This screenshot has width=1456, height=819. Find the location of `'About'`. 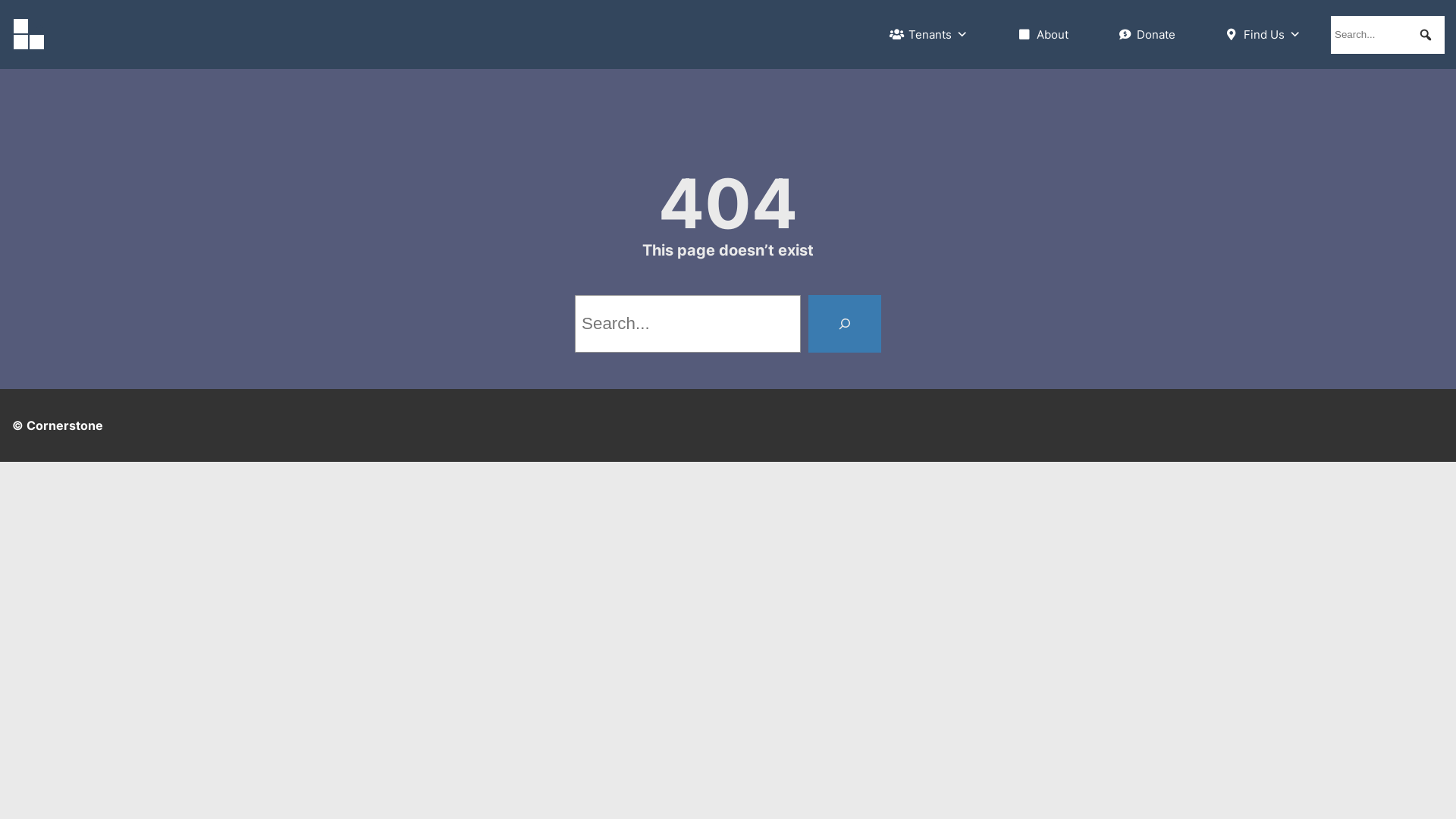

'About' is located at coordinates (1041, 34).